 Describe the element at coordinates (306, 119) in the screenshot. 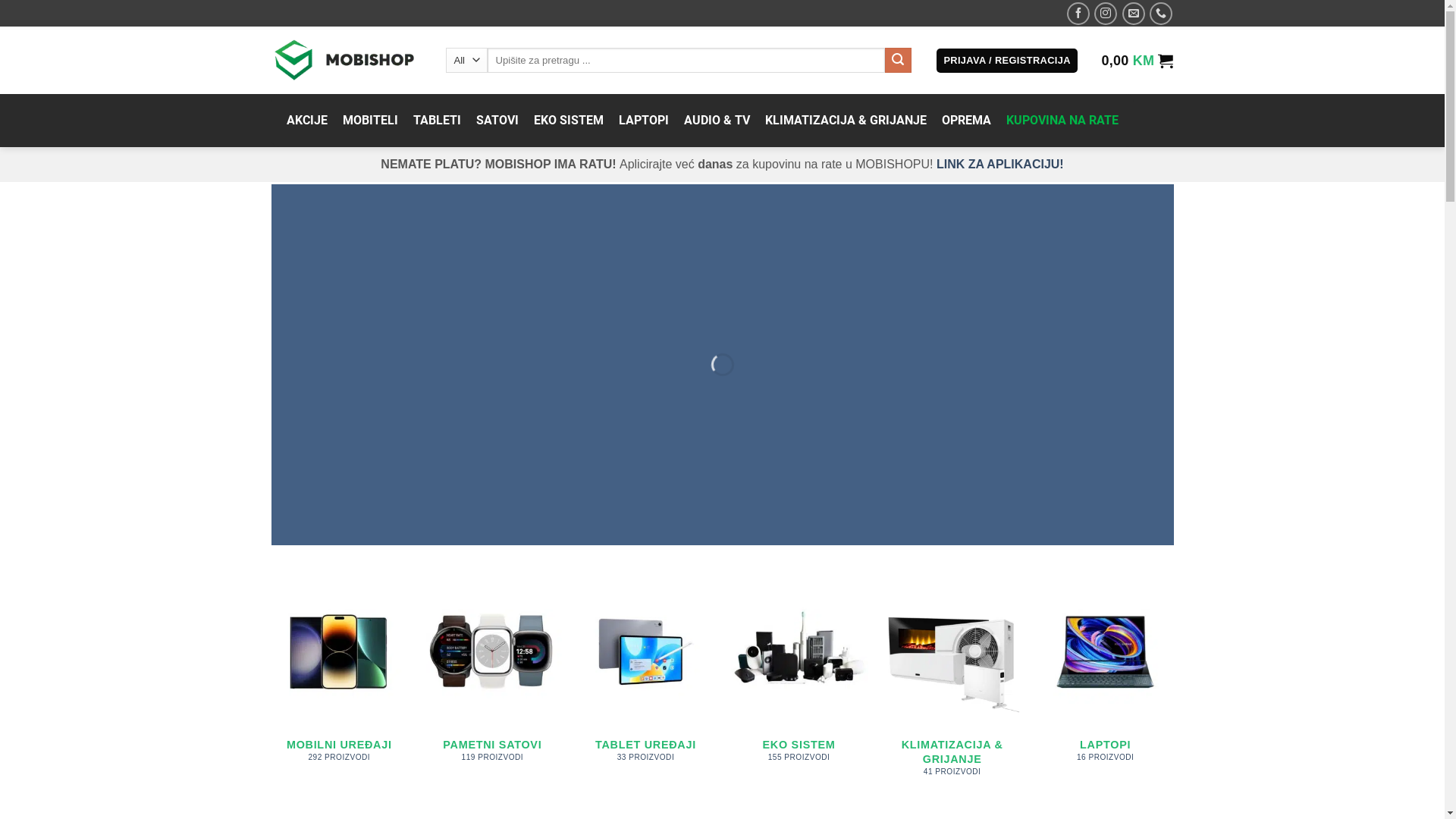

I see `'AKCIJE'` at that location.